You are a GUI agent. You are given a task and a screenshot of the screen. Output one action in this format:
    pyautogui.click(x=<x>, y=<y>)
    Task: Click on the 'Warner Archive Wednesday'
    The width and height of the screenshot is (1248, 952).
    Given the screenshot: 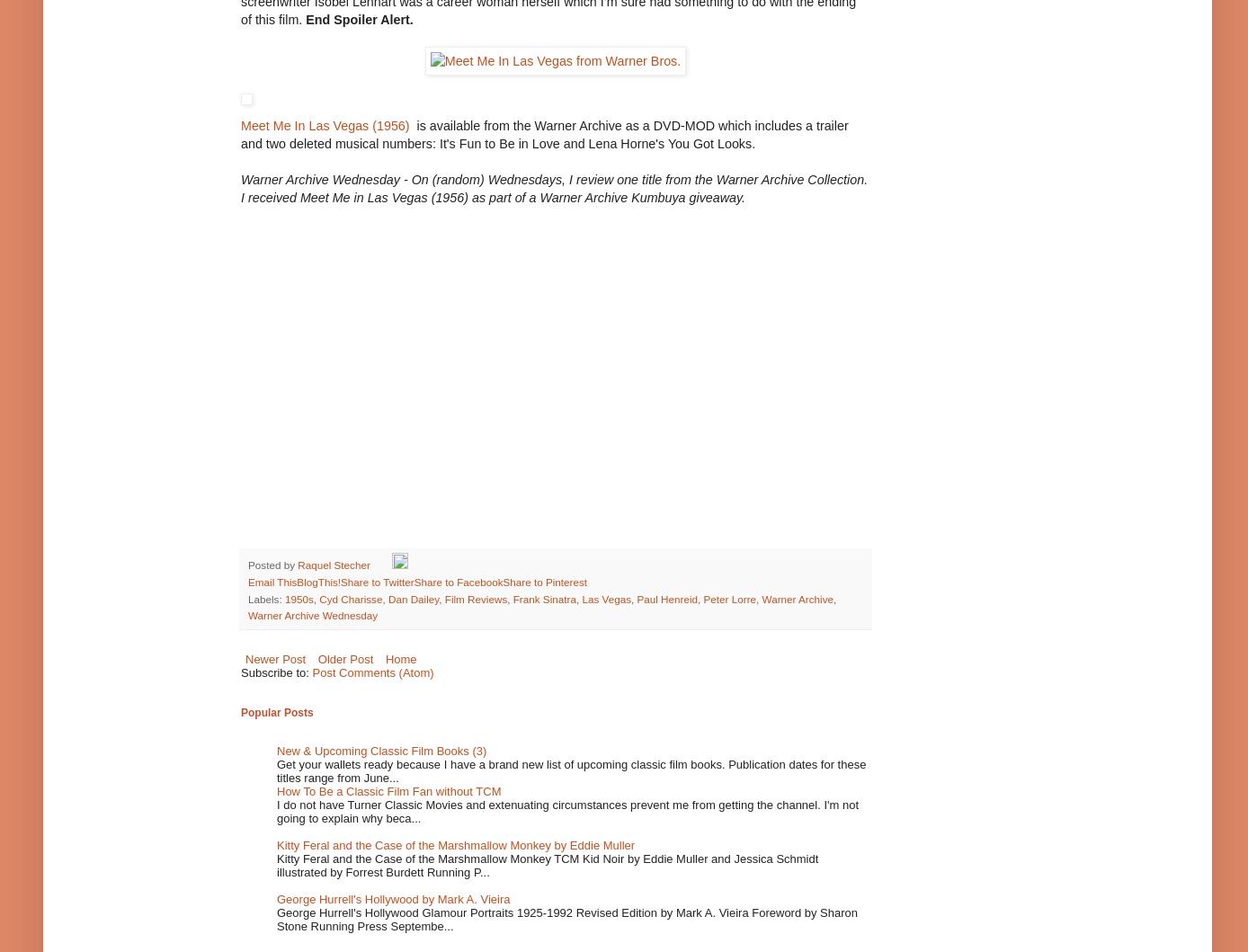 What is the action you would take?
    pyautogui.click(x=312, y=615)
    